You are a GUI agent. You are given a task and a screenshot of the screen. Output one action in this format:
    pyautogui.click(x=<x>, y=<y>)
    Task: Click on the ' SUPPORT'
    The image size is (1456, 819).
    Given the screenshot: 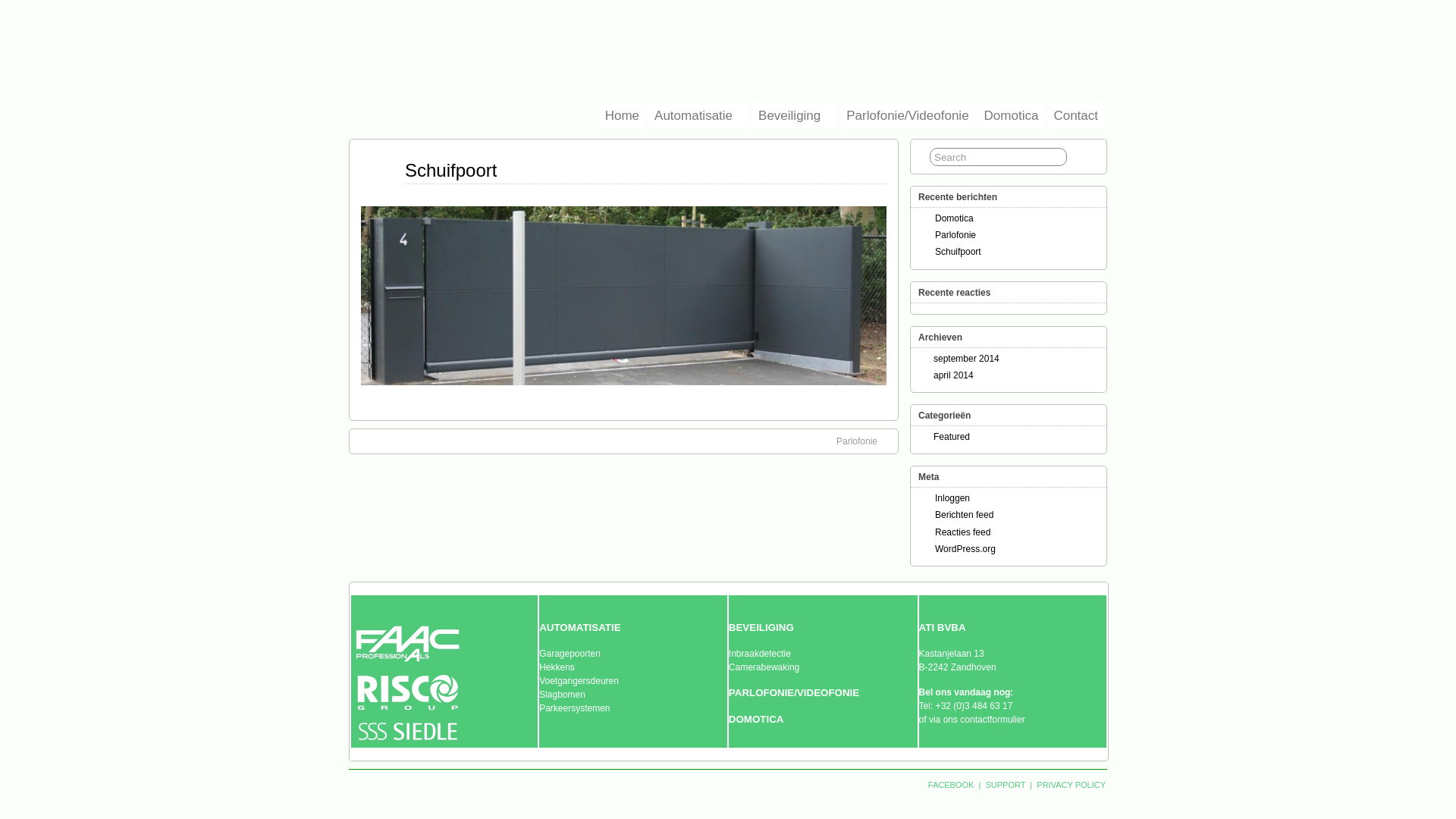 What is the action you would take?
    pyautogui.click(x=983, y=784)
    